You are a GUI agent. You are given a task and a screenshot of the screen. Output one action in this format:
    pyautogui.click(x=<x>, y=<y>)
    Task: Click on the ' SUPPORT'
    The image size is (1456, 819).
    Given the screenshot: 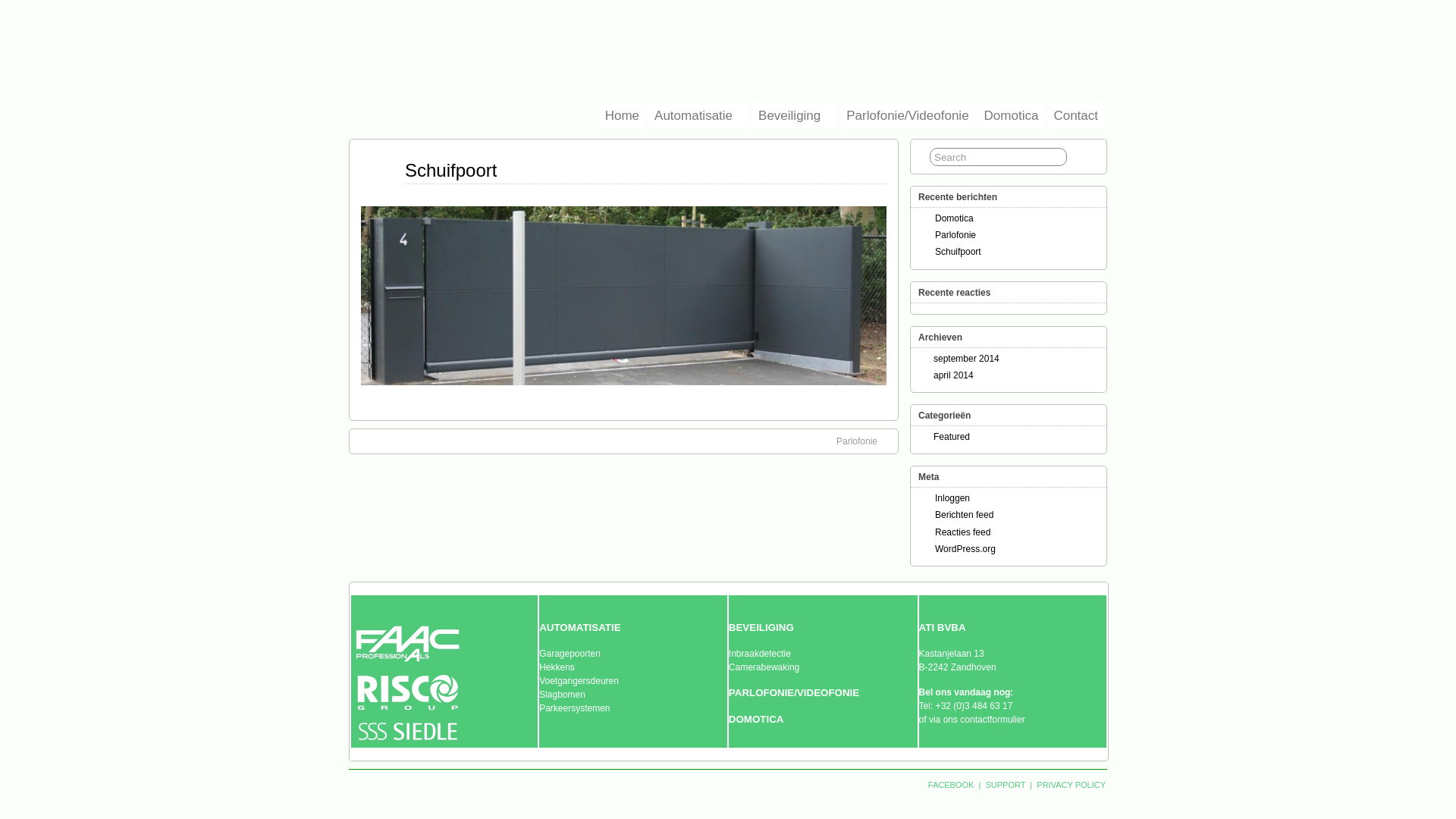 What is the action you would take?
    pyautogui.click(x=983, y=784)
    